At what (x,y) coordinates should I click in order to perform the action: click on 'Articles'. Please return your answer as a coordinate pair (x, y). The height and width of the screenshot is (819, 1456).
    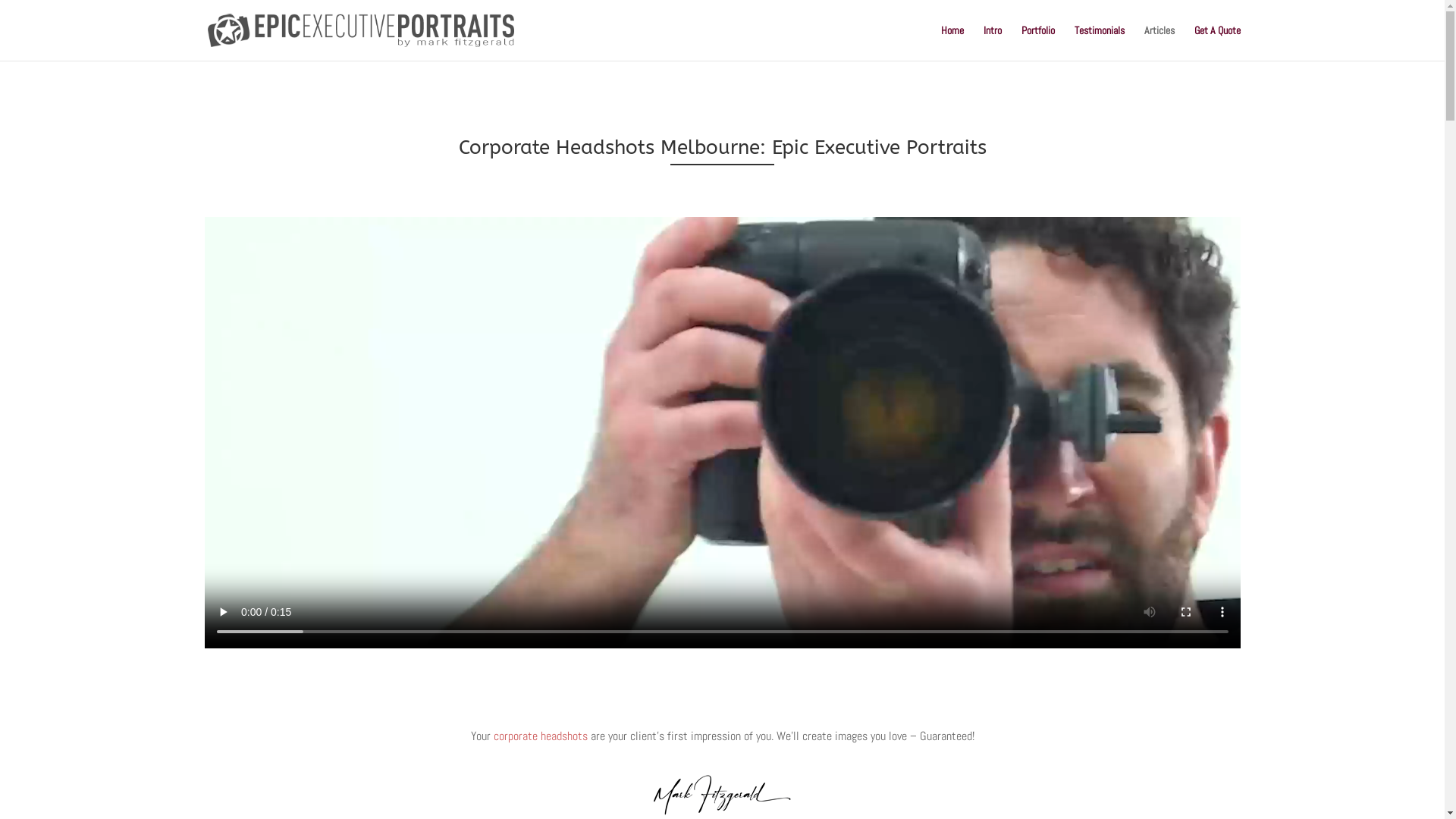
    Looking at the image, I should click on (1143, 42).